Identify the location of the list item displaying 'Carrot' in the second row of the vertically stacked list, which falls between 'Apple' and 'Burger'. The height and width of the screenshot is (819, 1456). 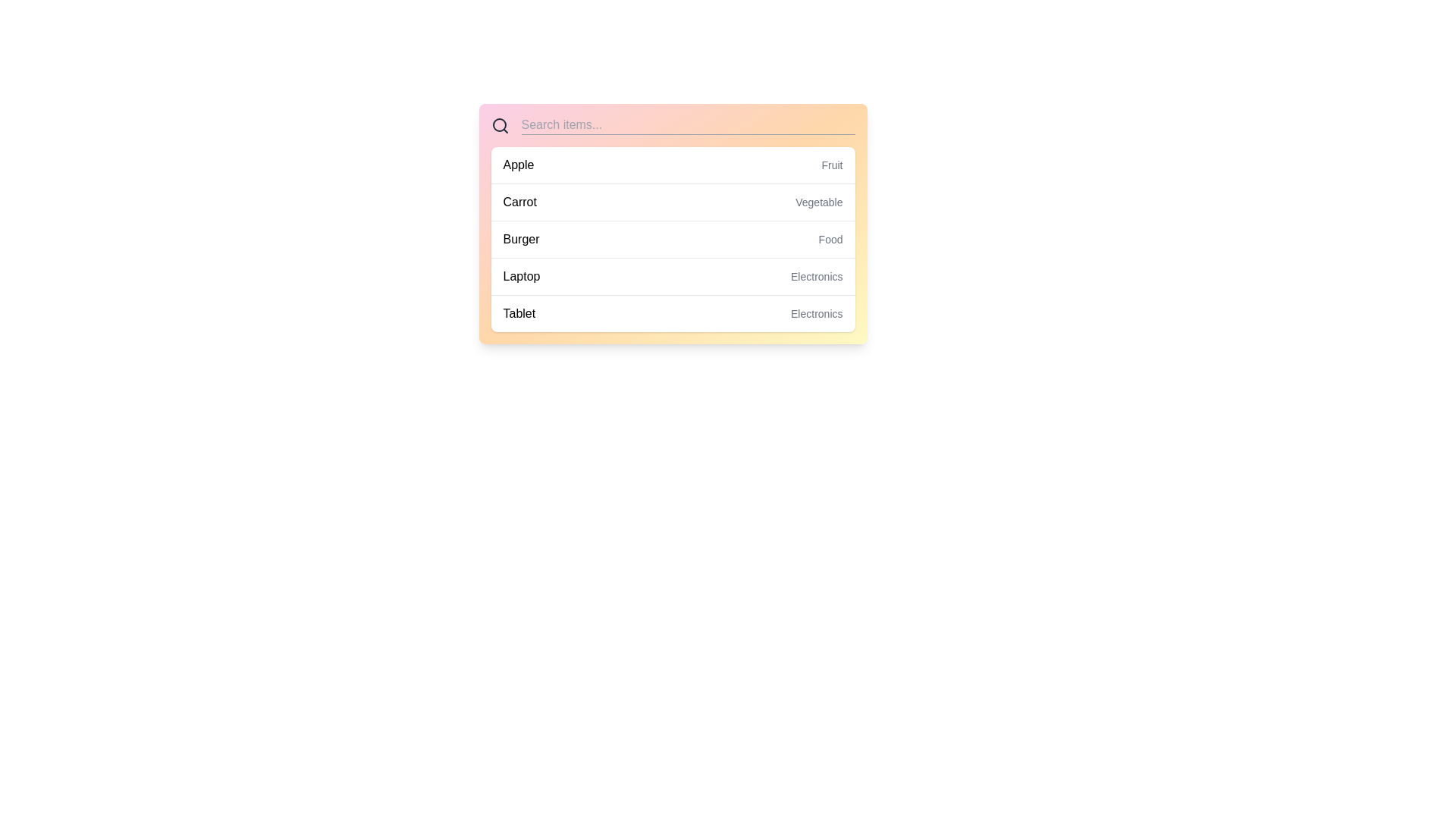
(672, 201).